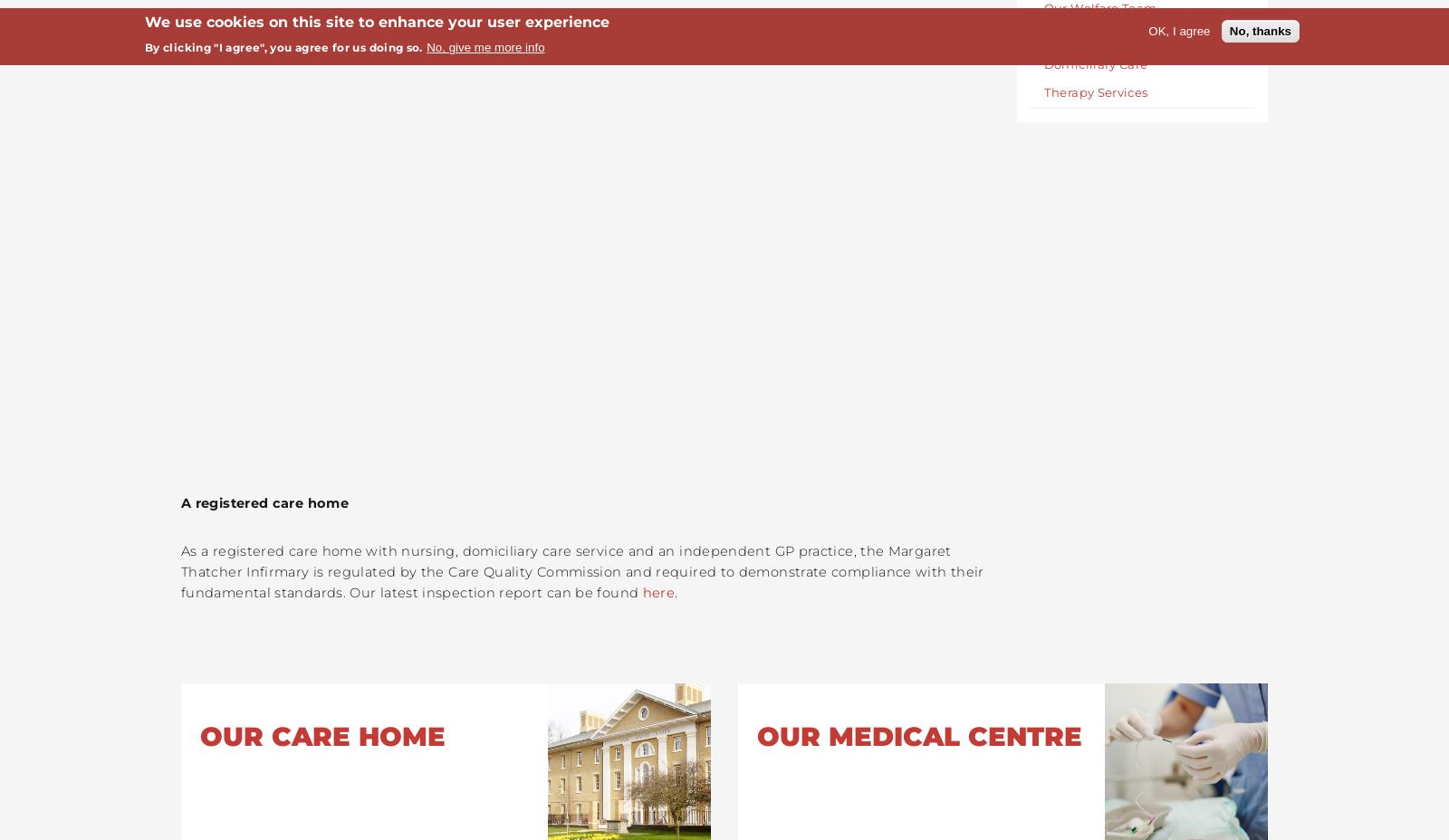 The height and width of the screenshot is (840, 1449). Describe the element at coordinates (1043, 91) in the screenshot. I see `'Therapy Services'` at that location.